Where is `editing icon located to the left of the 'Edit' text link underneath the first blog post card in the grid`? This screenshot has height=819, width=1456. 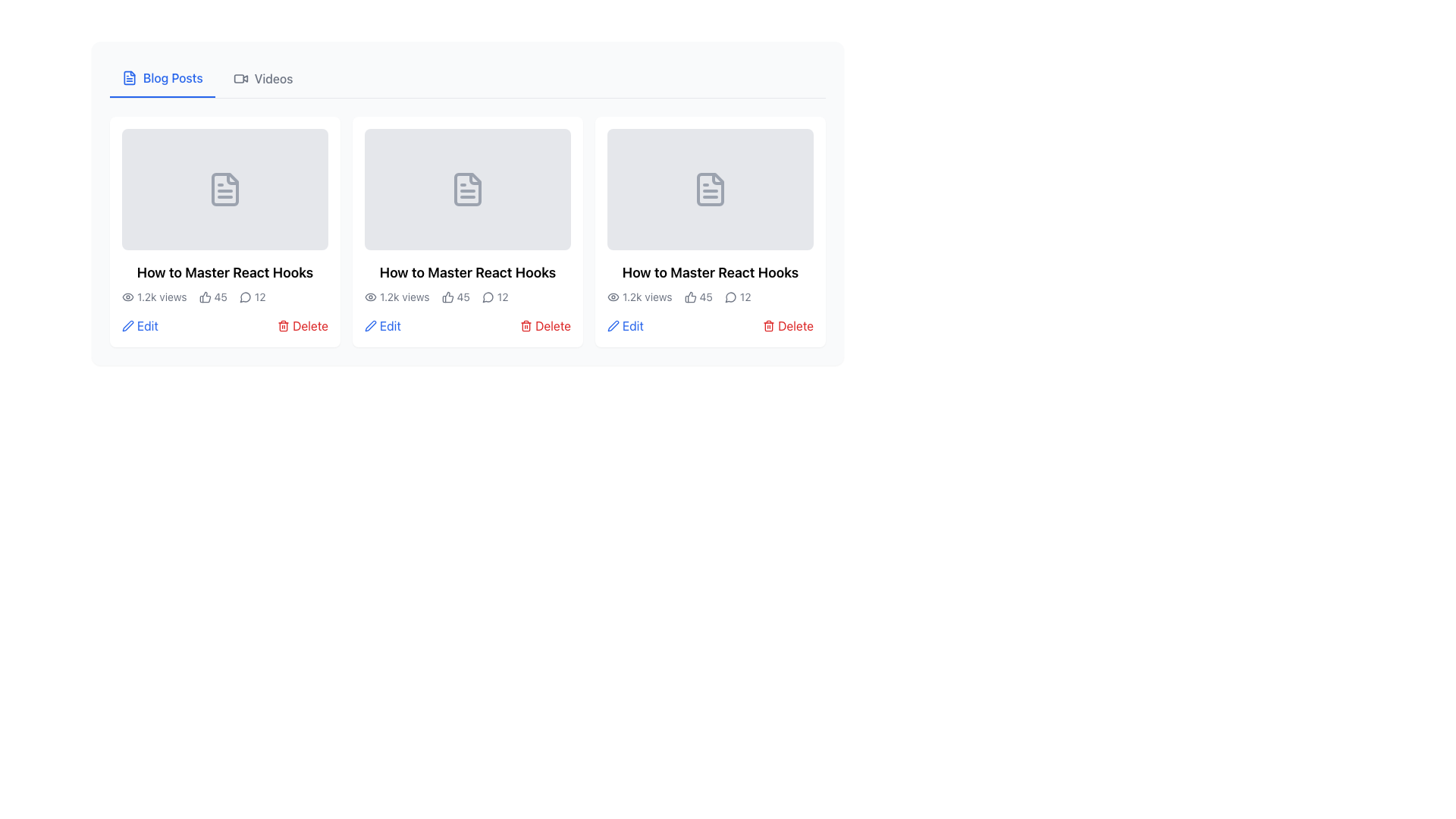
editing icon located to the left of the 'Edit' text link underneath the first blog post card in the grid is located at coordinates (127, 325).